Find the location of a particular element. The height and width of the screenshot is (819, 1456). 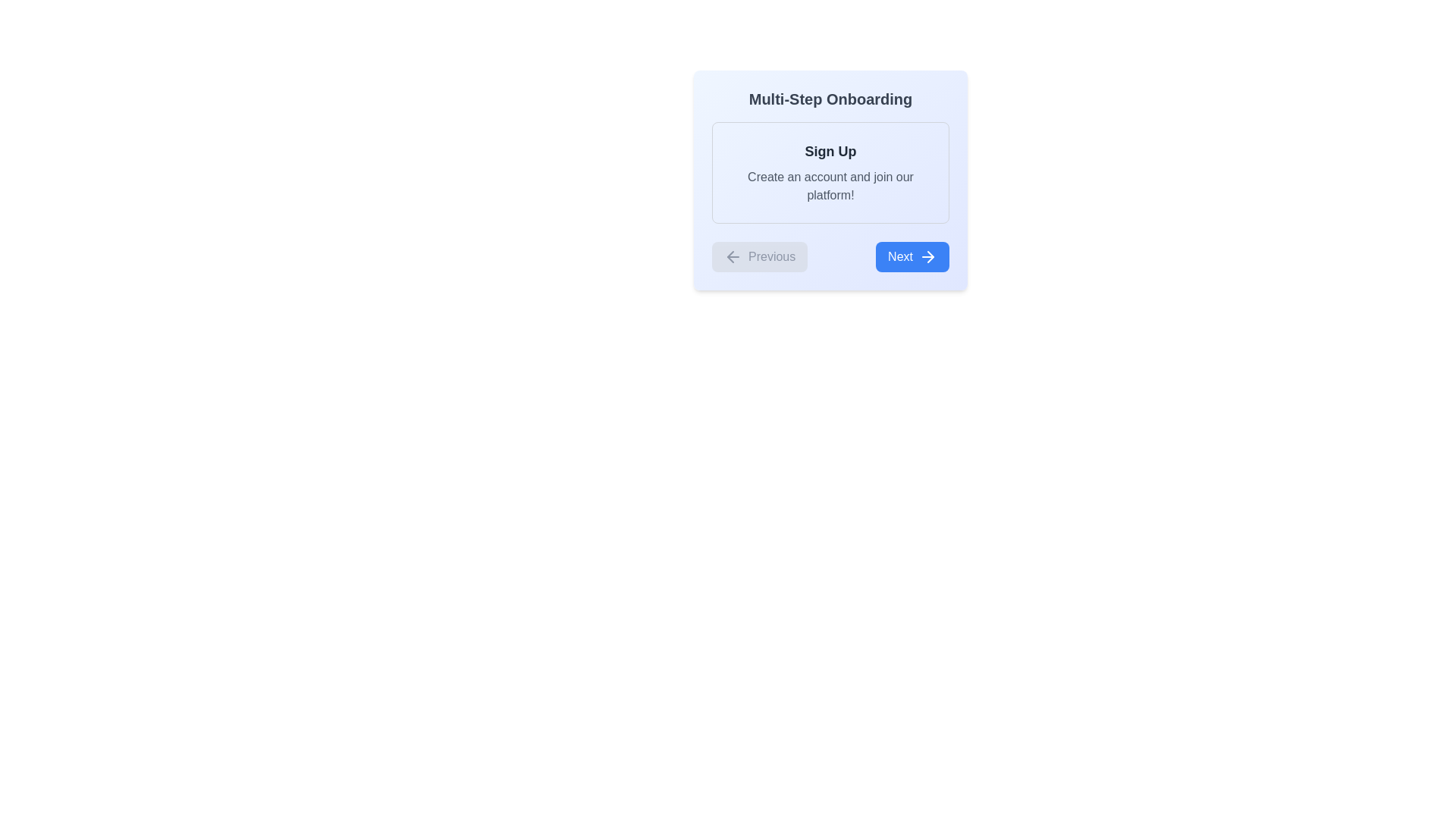

the text label that says 'Create an account and join our platform!' which is positioned below the 'Sign Up' heading within a bordered card-like structure is located at coordinates (830, 186).